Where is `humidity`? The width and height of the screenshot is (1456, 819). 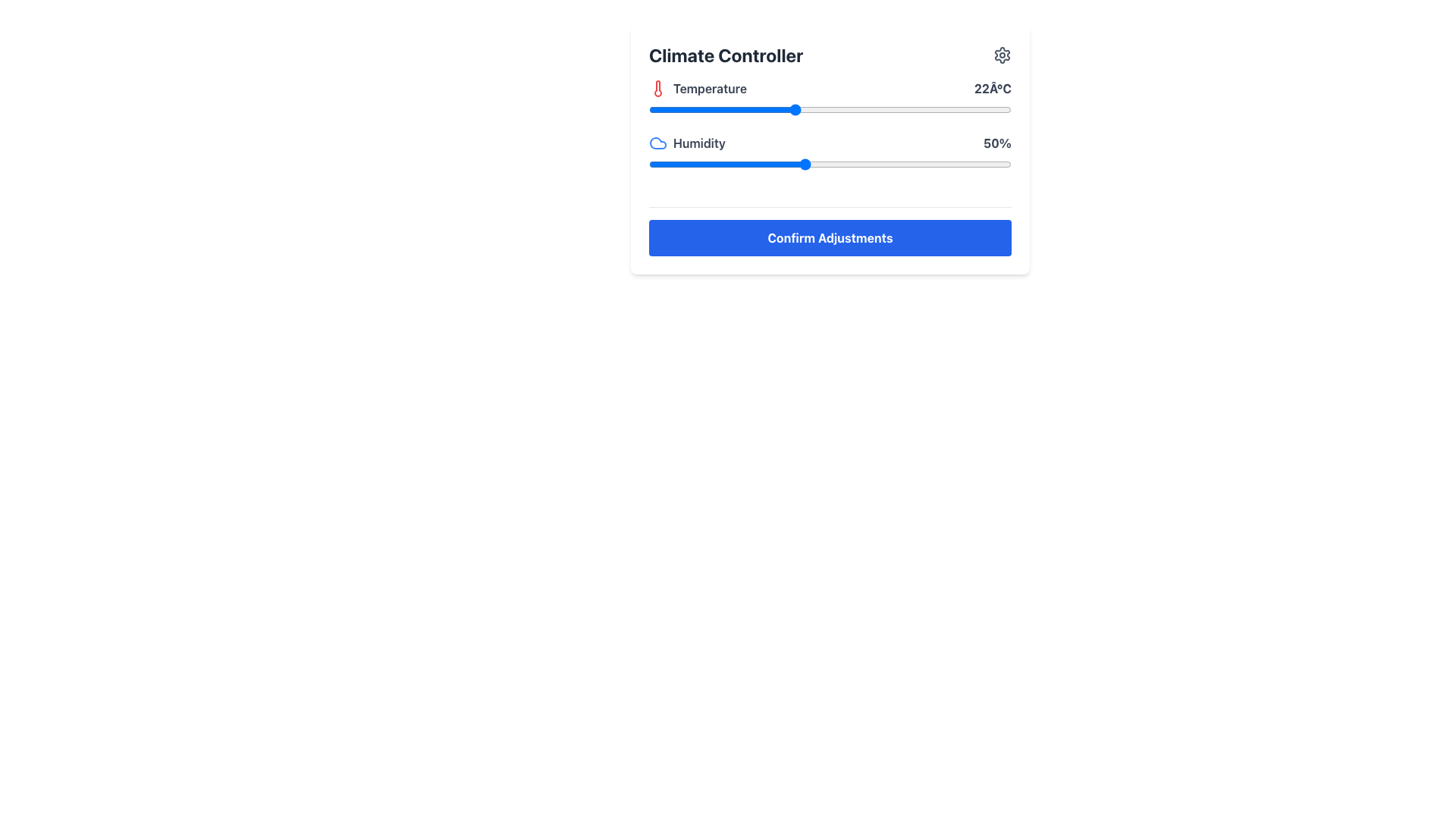
humidity is located at coordinates (871, 164).